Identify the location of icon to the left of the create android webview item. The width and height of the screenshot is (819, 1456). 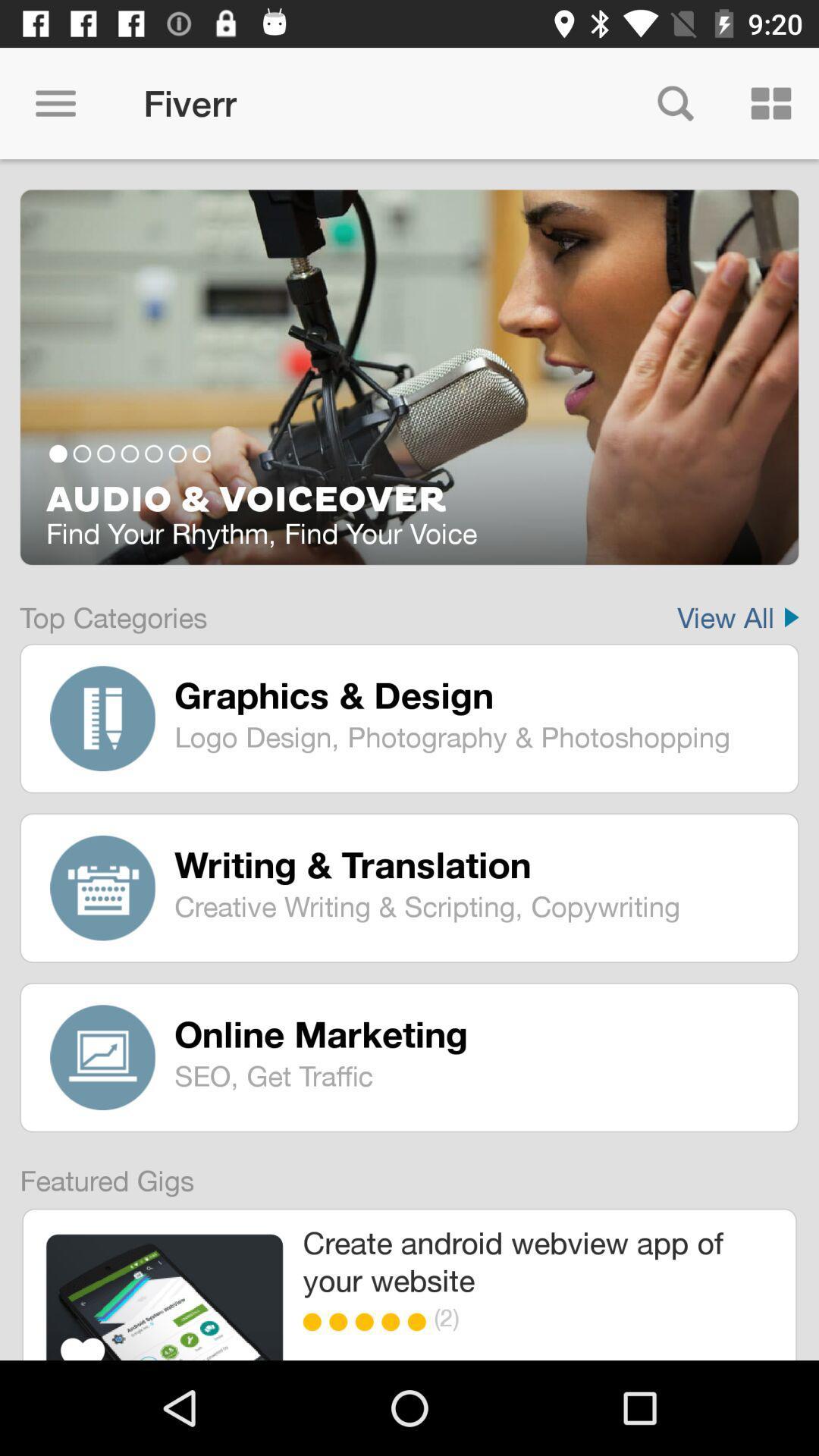
(165, 1296).